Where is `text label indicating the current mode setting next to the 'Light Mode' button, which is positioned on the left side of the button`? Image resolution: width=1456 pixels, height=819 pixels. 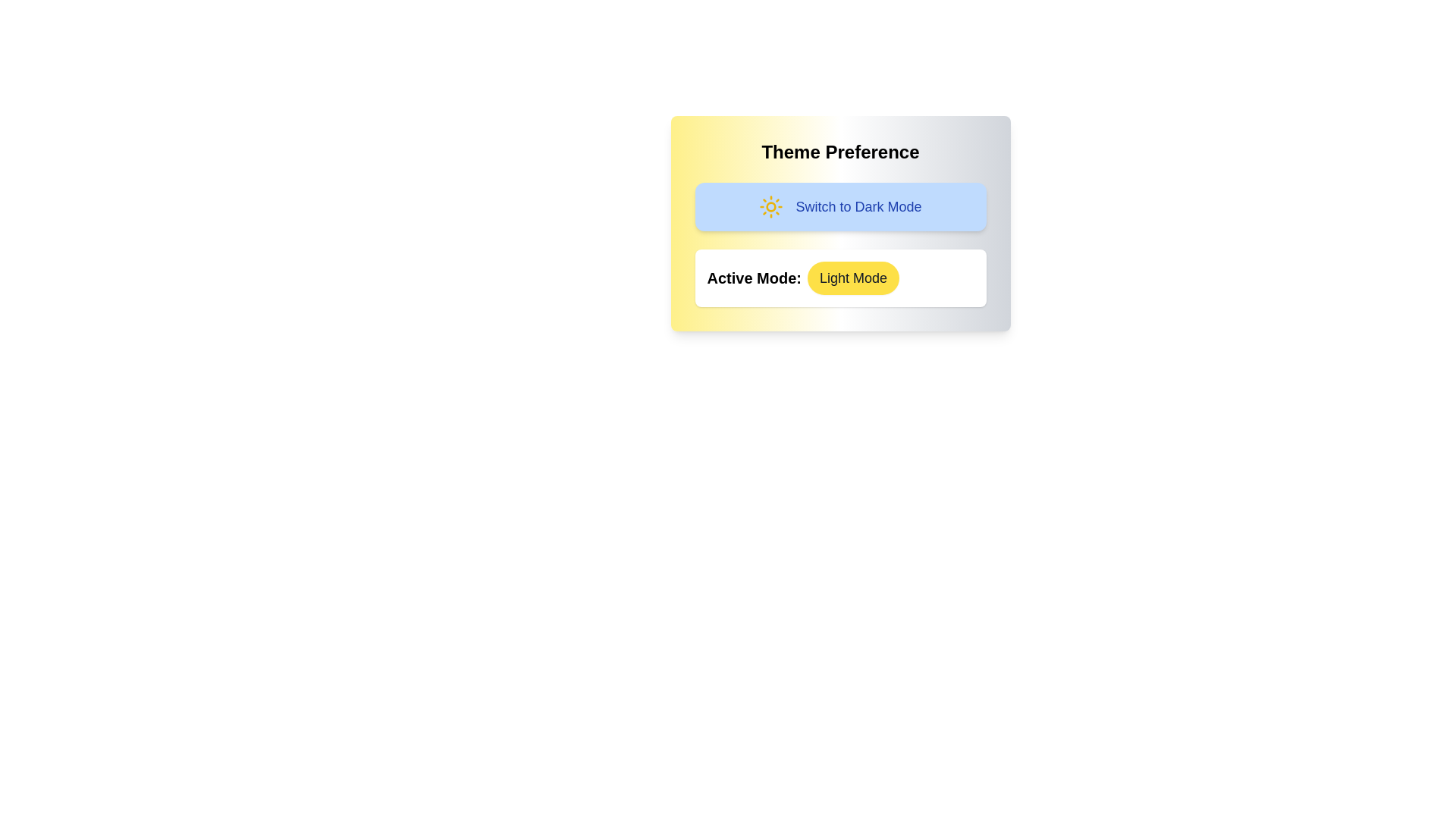
text label indicating the current mode setting next to the 'Light Mode' button, which is positioned on the left side of the button is located at coordinates (754, 278).